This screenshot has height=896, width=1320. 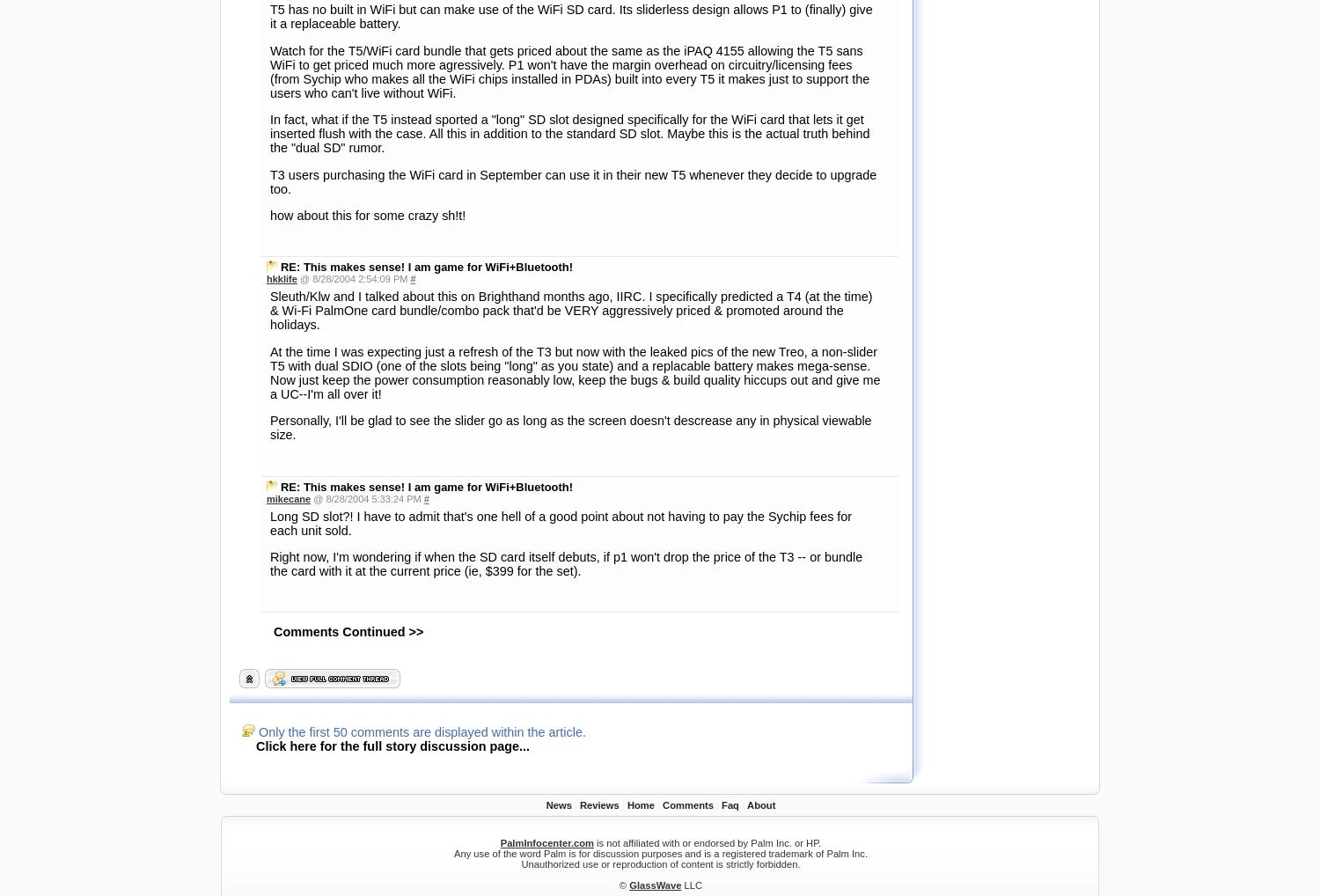 I want to click on 'Long SD slot?!  I have to admit that's one hell of a good point about not having to pay the Sychip fees for each unit sold.', so click(x=561, y=29).